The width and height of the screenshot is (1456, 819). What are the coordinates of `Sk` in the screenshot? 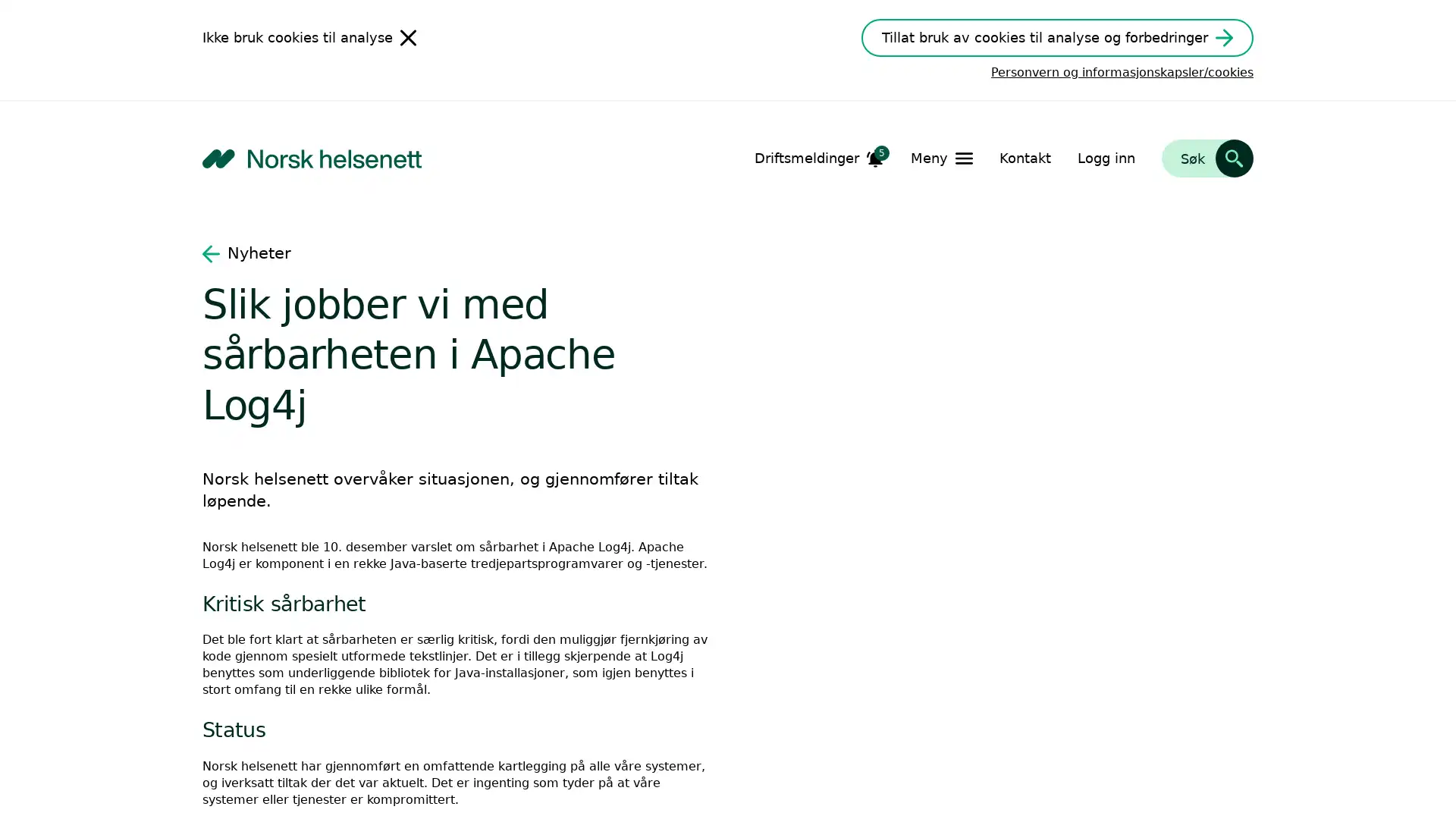 It's located at (1234, 158).